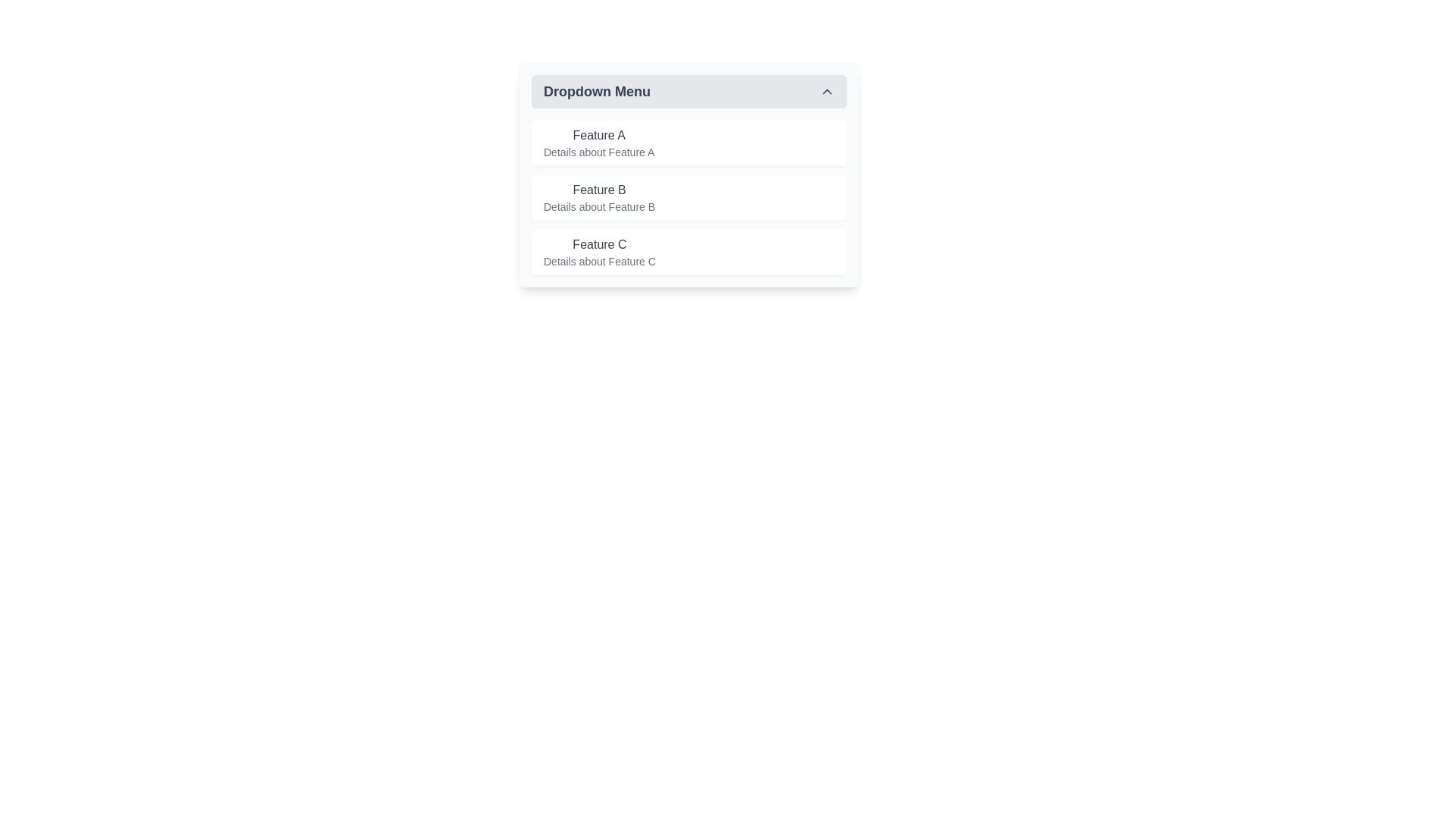  What do you see at coordinates (598, 189) in the screenshot?
I see `title 'Feature B' which is a bold text label located in the second box of the dropdown menu` at bounding box center [598, 189].